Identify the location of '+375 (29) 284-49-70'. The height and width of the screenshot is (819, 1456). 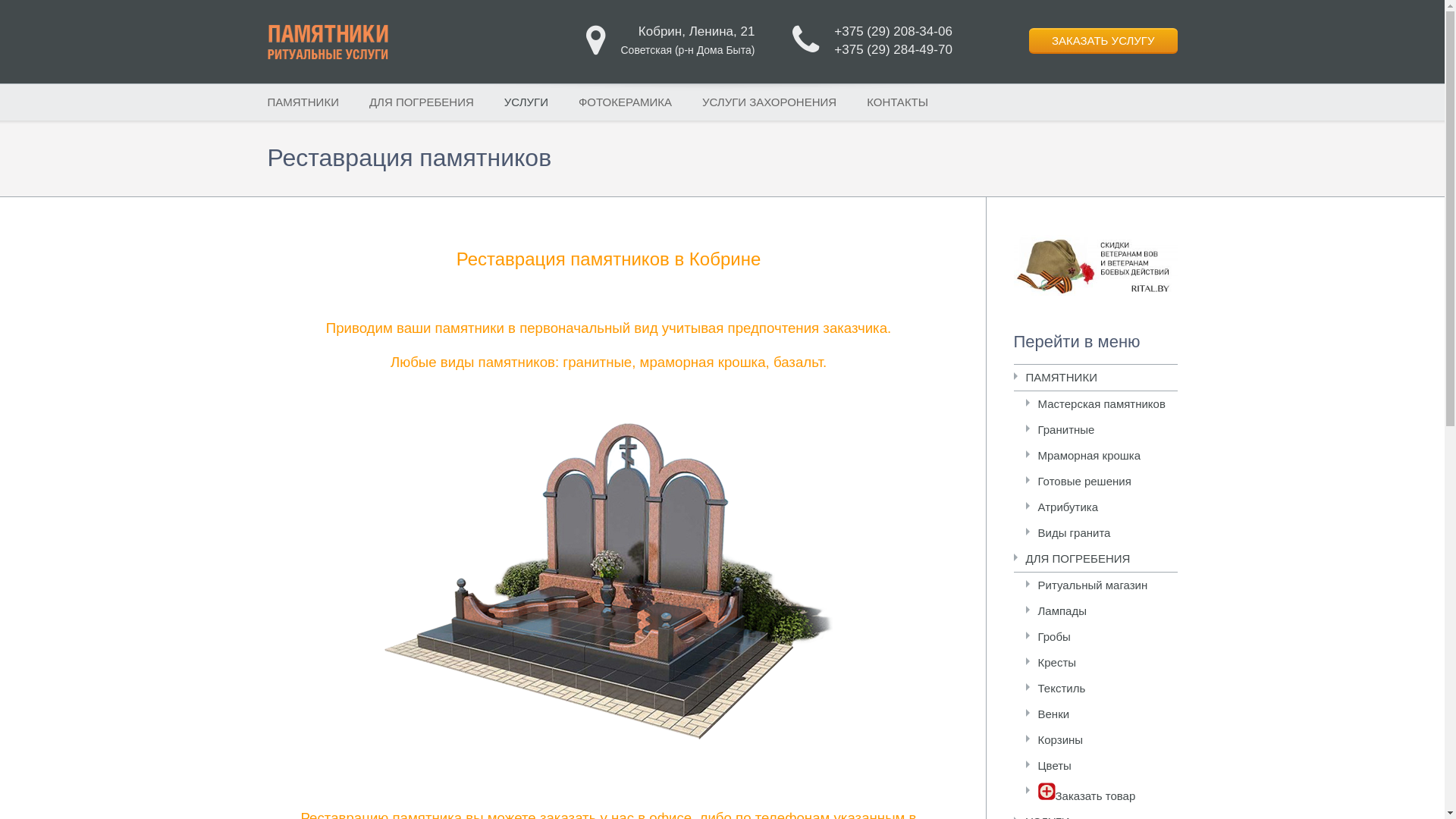
(893, 49).